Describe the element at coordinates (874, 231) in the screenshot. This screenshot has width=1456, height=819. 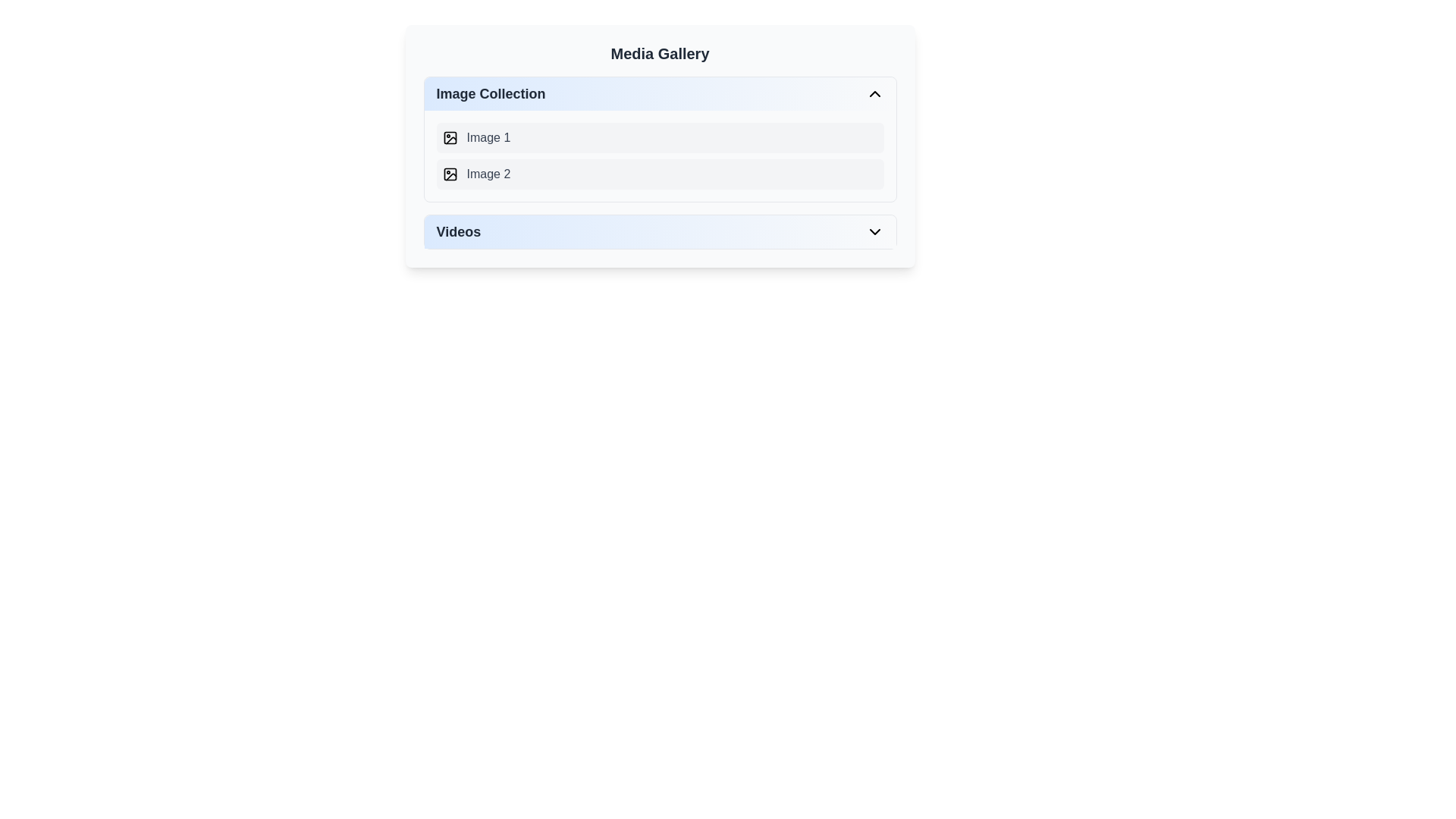
I see `the expand/collapse icon located to the far right of the 'Videos' section header` at that location.